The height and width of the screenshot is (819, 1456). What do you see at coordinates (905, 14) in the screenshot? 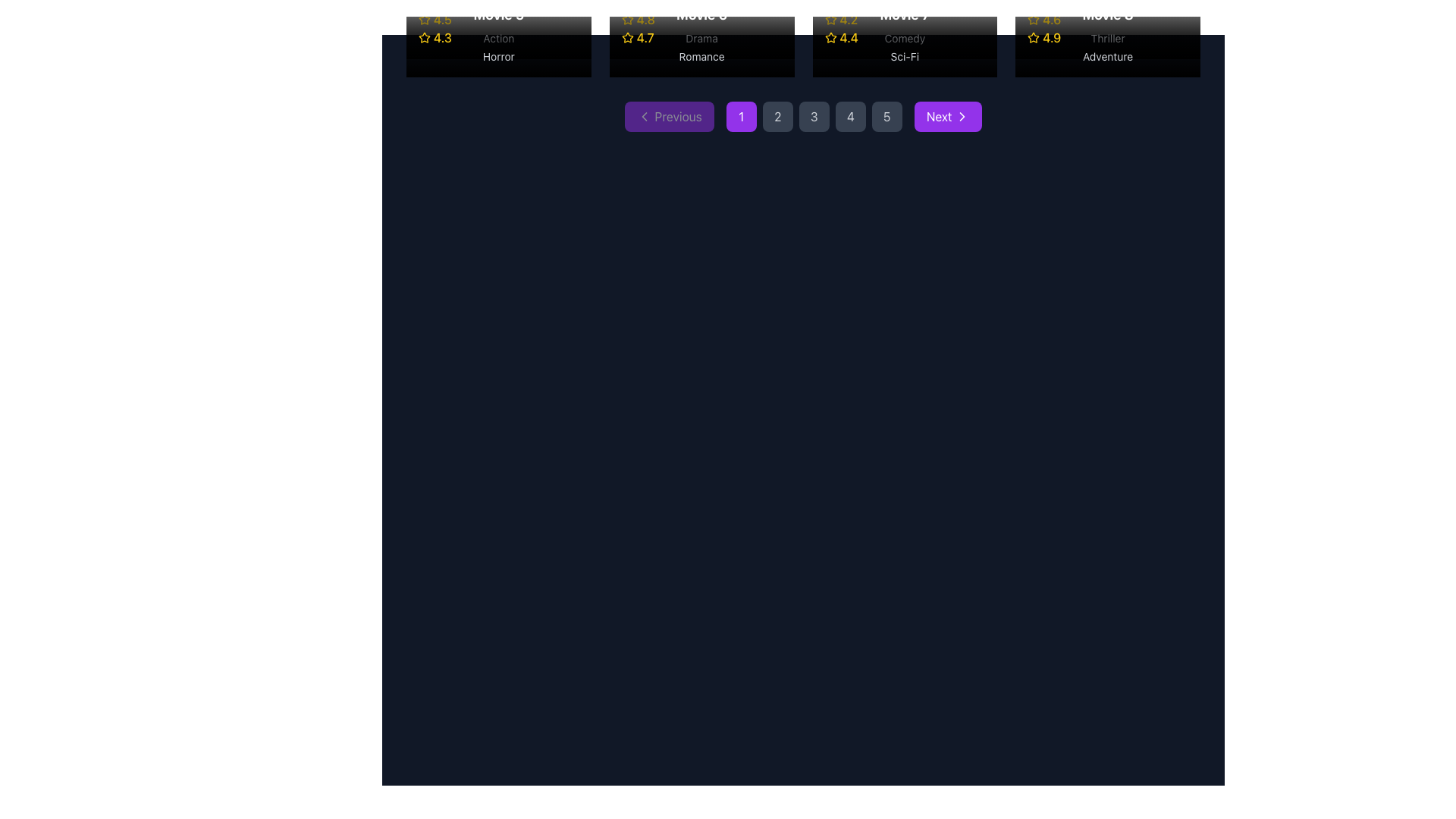
I see `the 'Movie 7' label, which is displayed in a bold, white font at the top of its movie item card, positioned above the star rating and genre label` at bounding box center [905, 14].